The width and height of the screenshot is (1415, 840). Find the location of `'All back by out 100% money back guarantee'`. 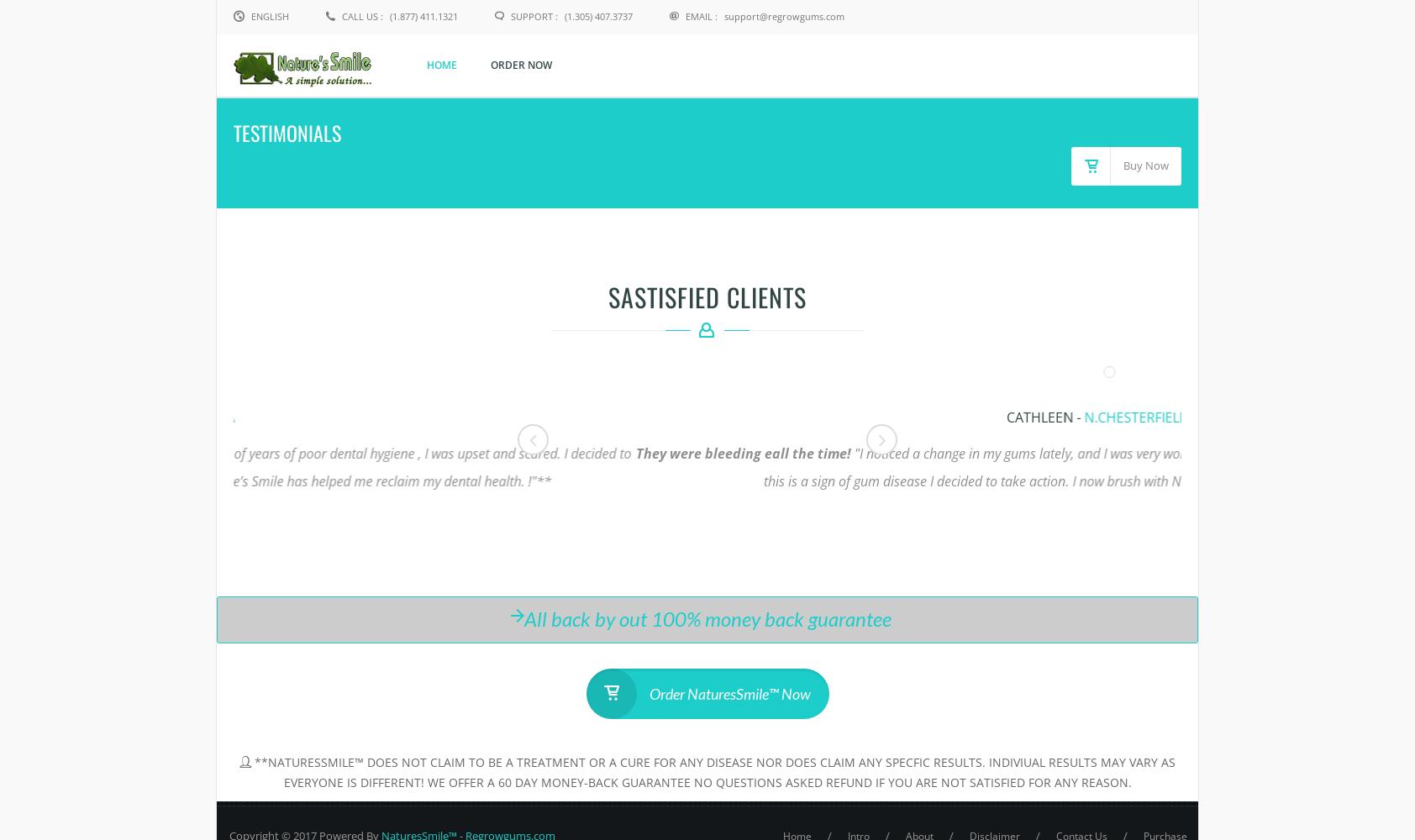

'All back by out 100% money back guarantee' is located at coordinates (707, 617).